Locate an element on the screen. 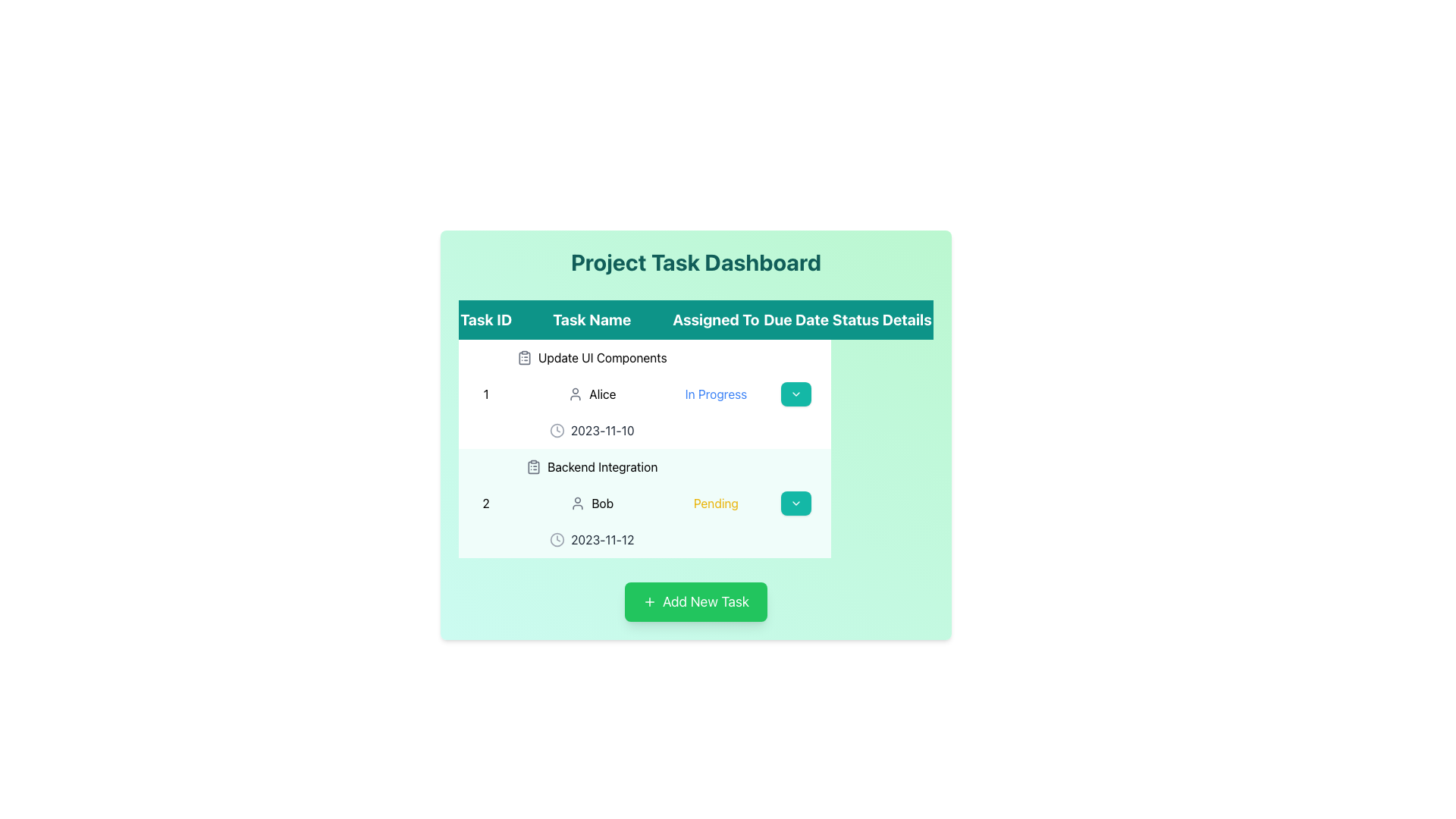 Image resolution: width=1456 pixels, height=819 pixels. the teal button containing the downward-pointing chevron icon in the 'Details' column of the first row of the task table for the task 'Update UI Components' is located at coordinates (795, 394).